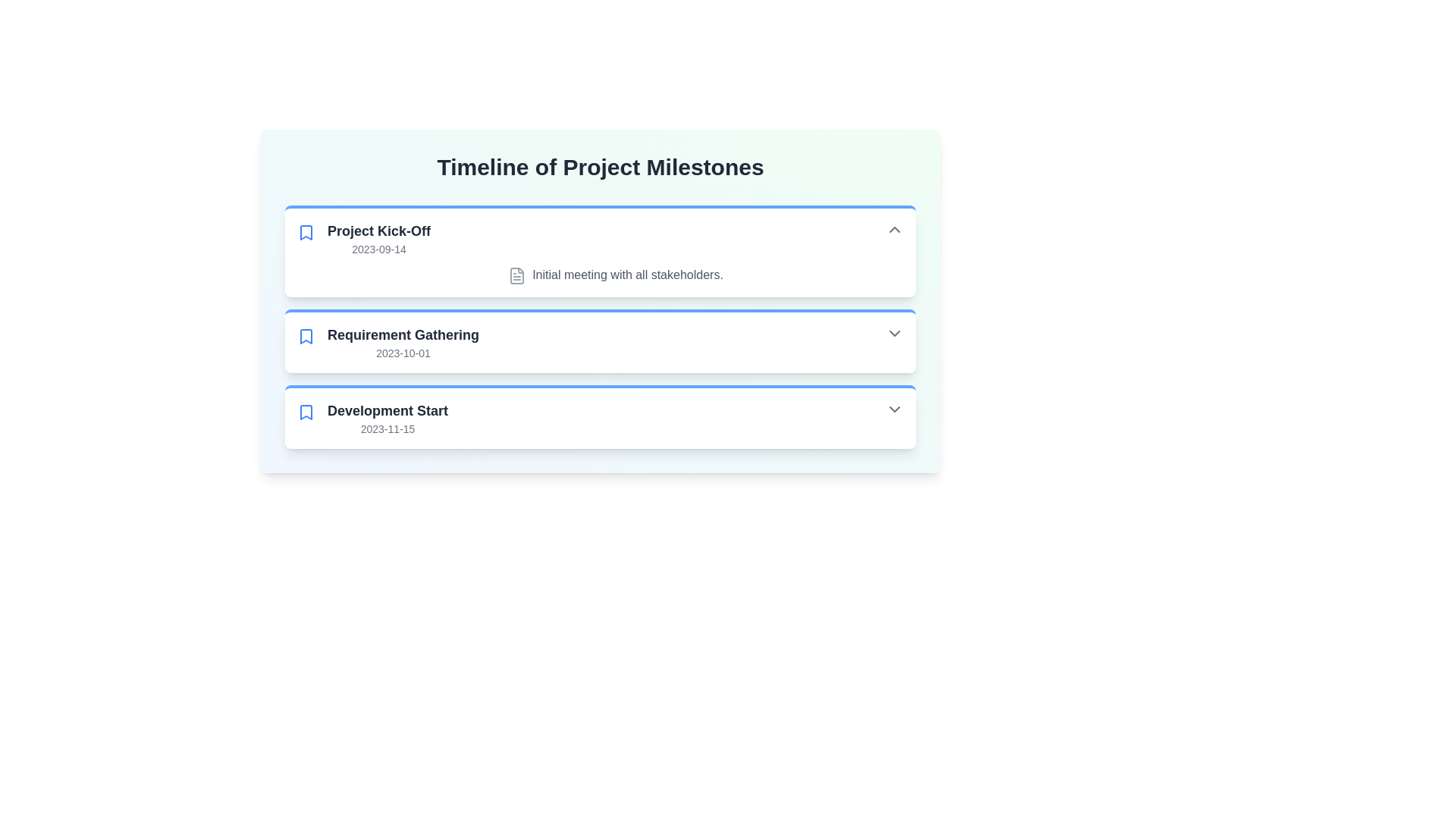  I want to click on the Icon that serves as a visual marker for the 'Development Start' item, which is the third entry under 'Timeline of Project Milestones', so click(305, 412).